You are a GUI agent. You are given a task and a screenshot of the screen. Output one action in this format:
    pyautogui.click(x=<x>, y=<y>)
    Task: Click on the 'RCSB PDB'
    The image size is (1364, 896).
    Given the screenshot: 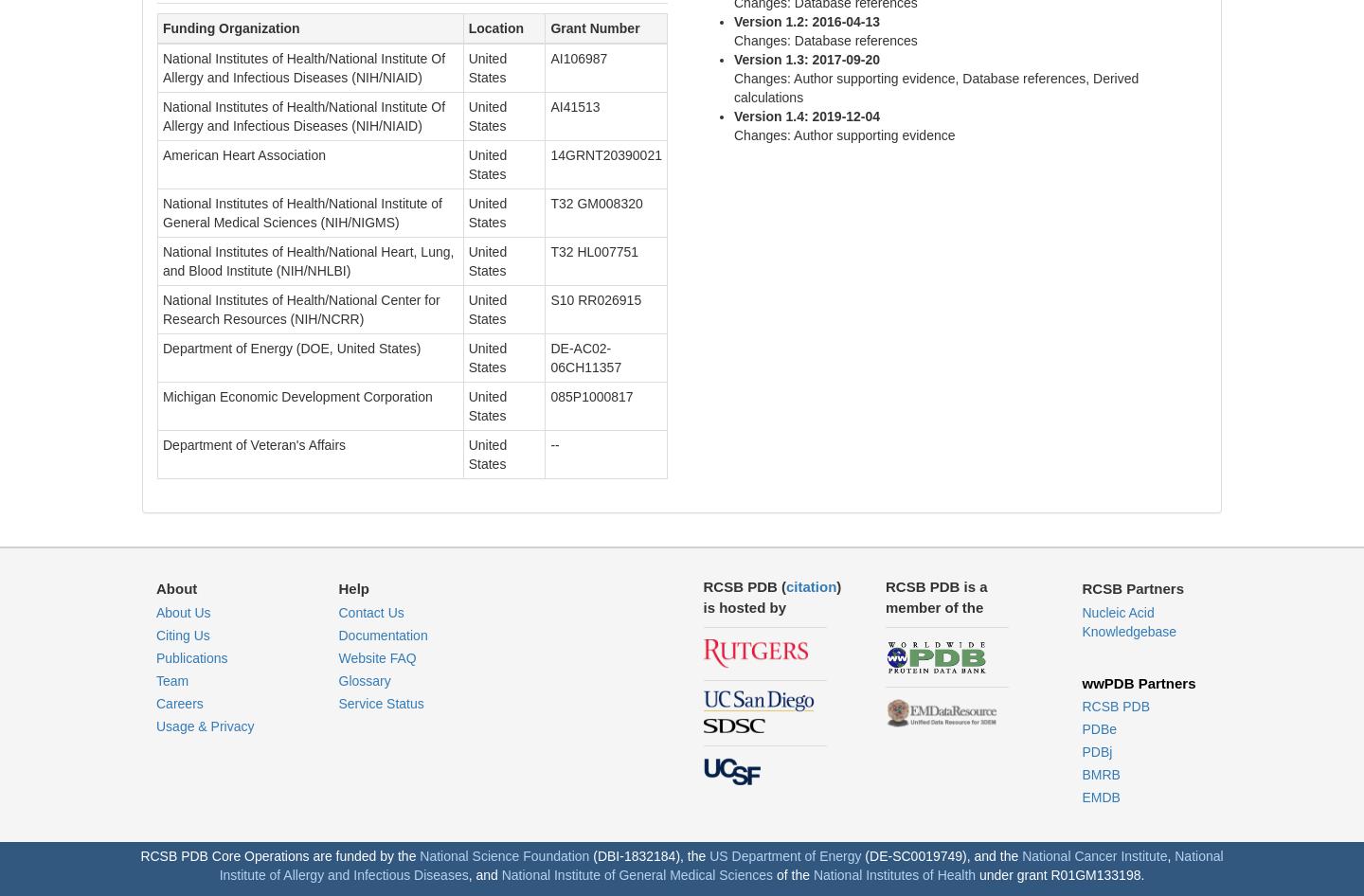 What is the action you would take?
    pyautogui.click(x=1116, y=706)
    